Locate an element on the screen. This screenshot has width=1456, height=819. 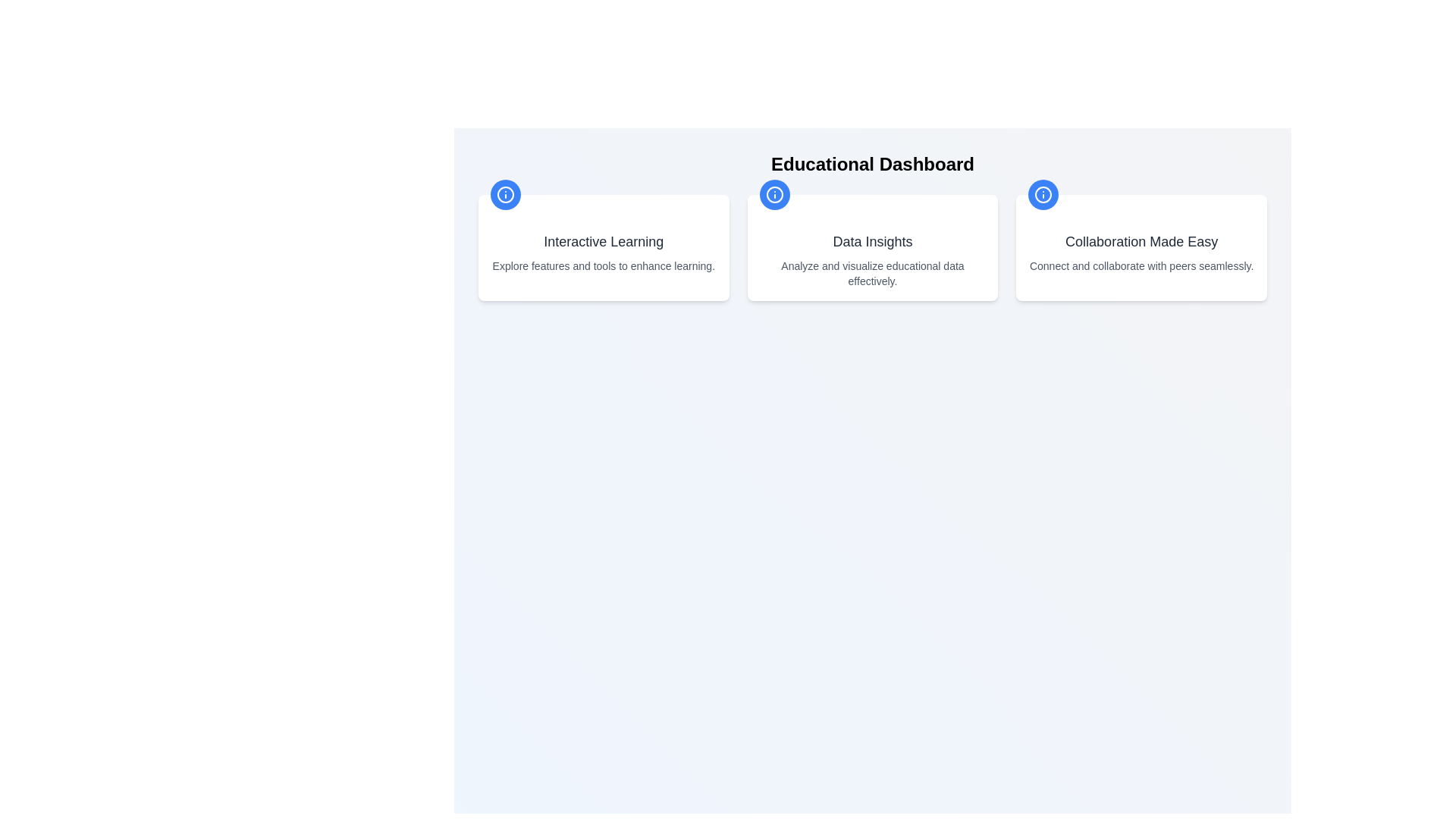
the informational icon located at the top-left corner of the 'Collaboration Made Easy' card is located at coordinates (1043, 194).